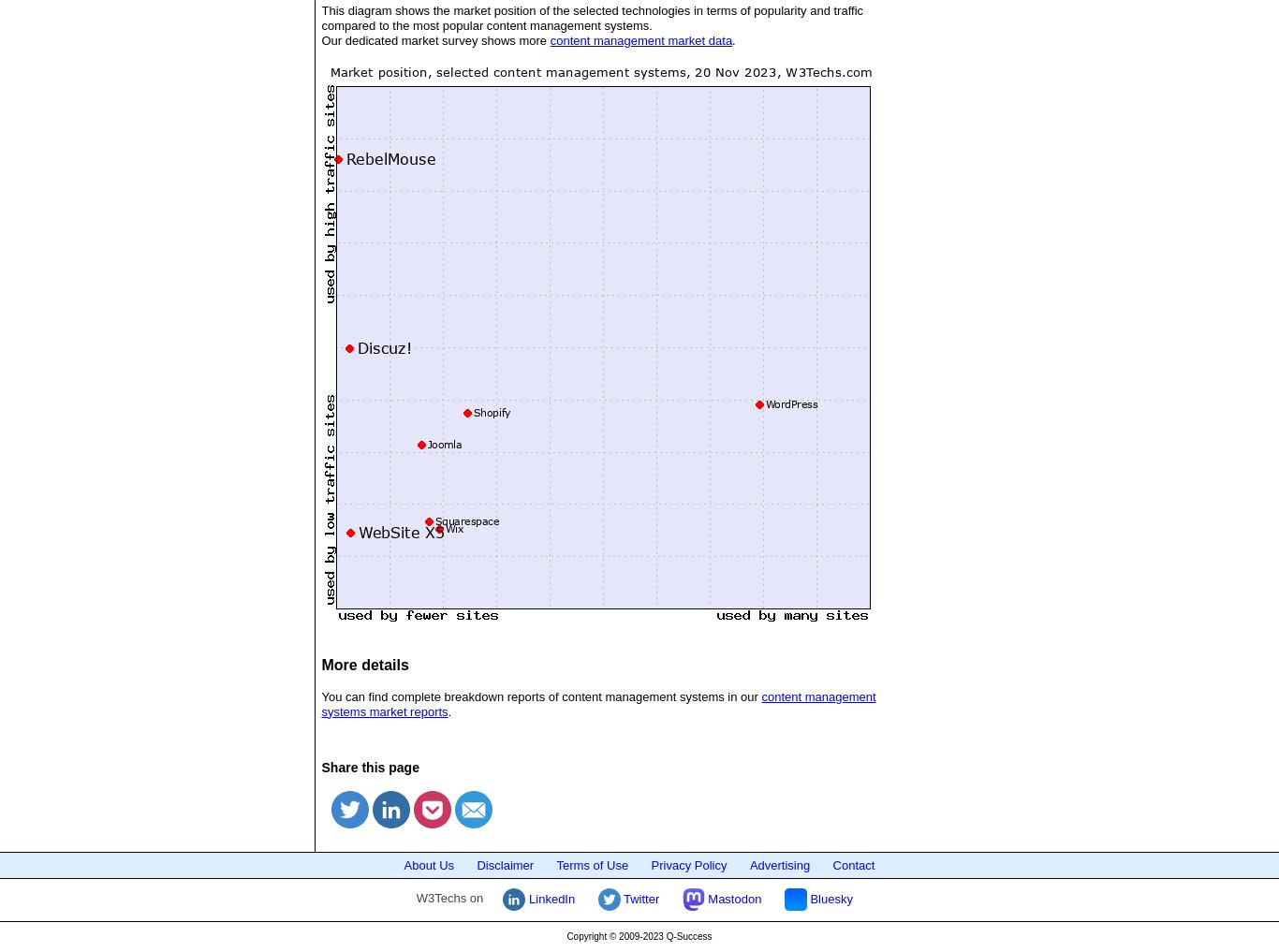 This screenshot has width=1279, height=952. Describe the element at coordinates (402, 863) in the screenshot. I see `'About Us'` at that location.